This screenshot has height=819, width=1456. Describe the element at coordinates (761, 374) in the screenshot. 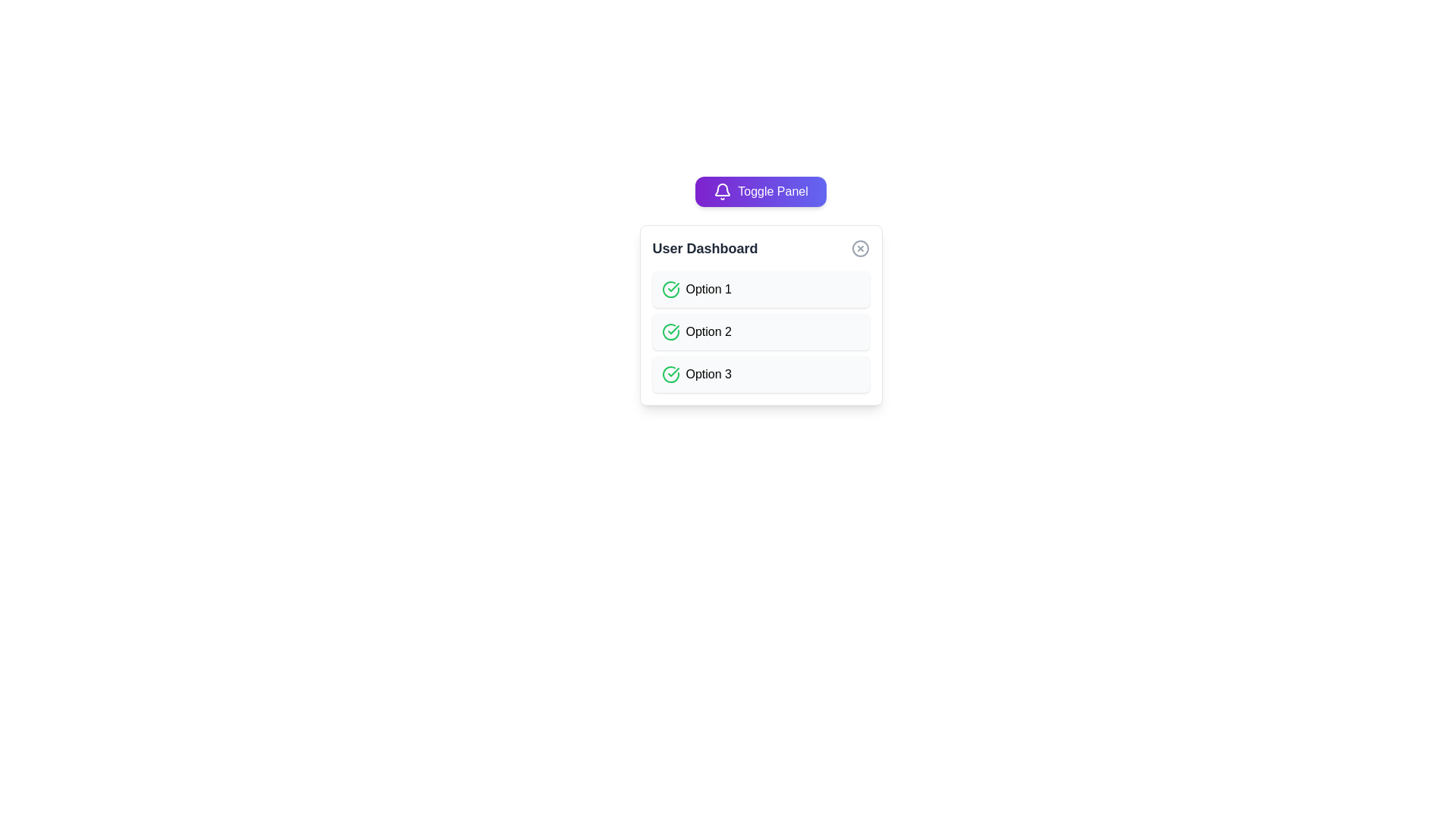

I see `the List Item element labeled 'Option 3', which is the third item in a vertically stacked list on the User Dashboard` at that location.